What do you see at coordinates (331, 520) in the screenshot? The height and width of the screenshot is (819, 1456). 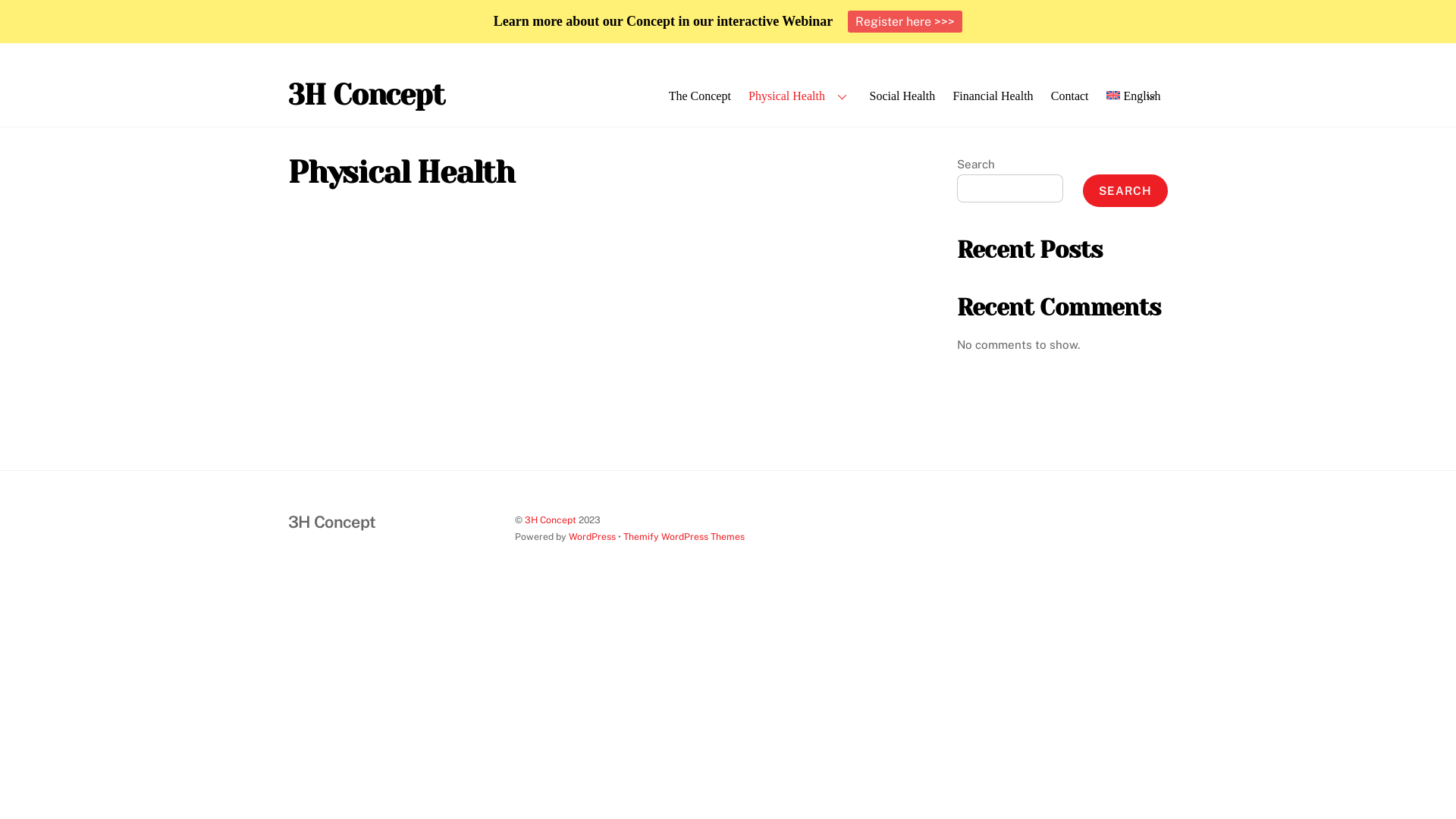 I see `'3H Concept'` at bounding box center [331, 520].